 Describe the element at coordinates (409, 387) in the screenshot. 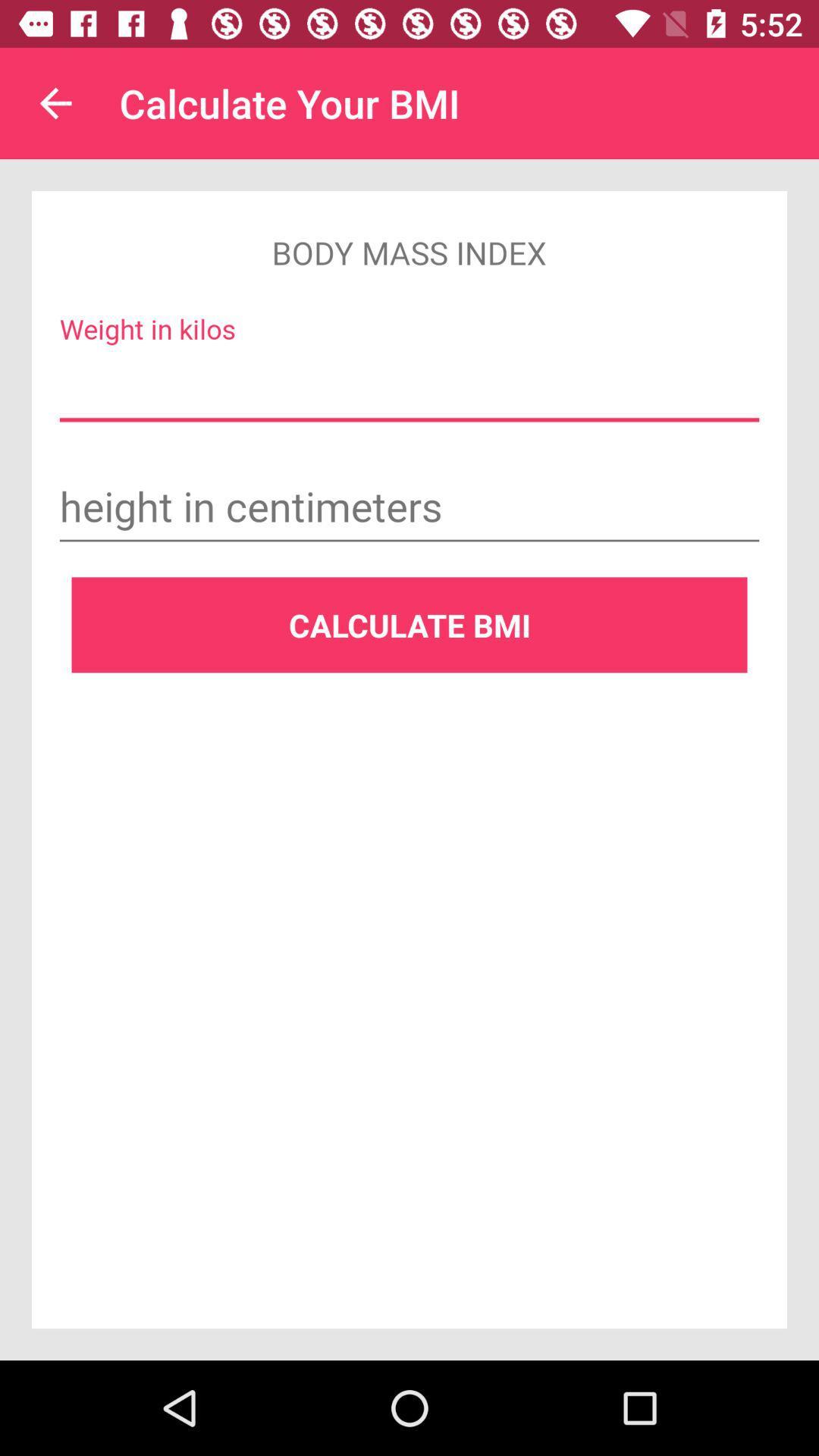

I see `weight in kilos` at that location.